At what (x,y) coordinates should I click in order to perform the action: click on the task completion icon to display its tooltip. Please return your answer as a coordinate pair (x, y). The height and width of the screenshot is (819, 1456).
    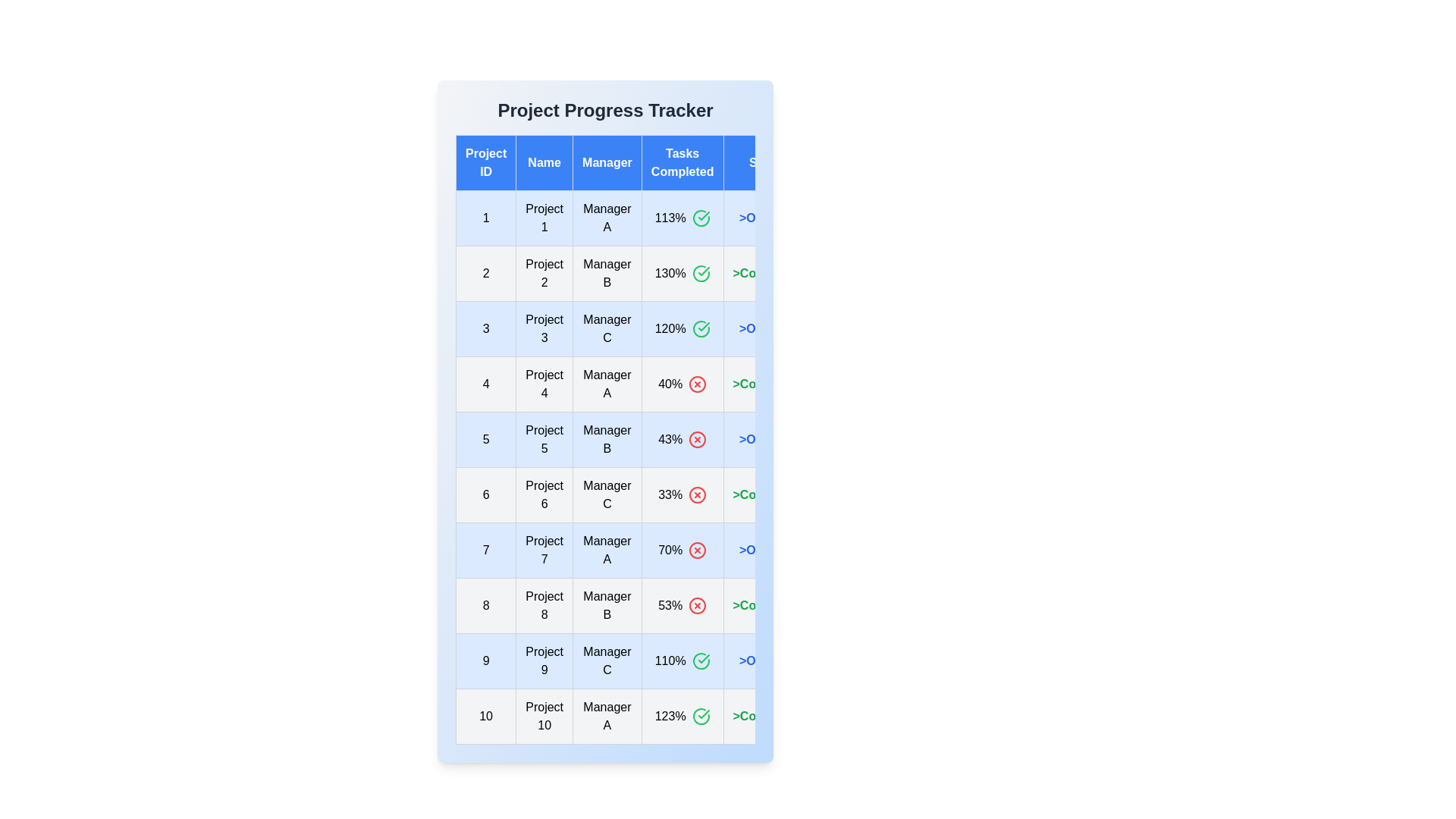
    Looking at the image, I should click on (700, 218).